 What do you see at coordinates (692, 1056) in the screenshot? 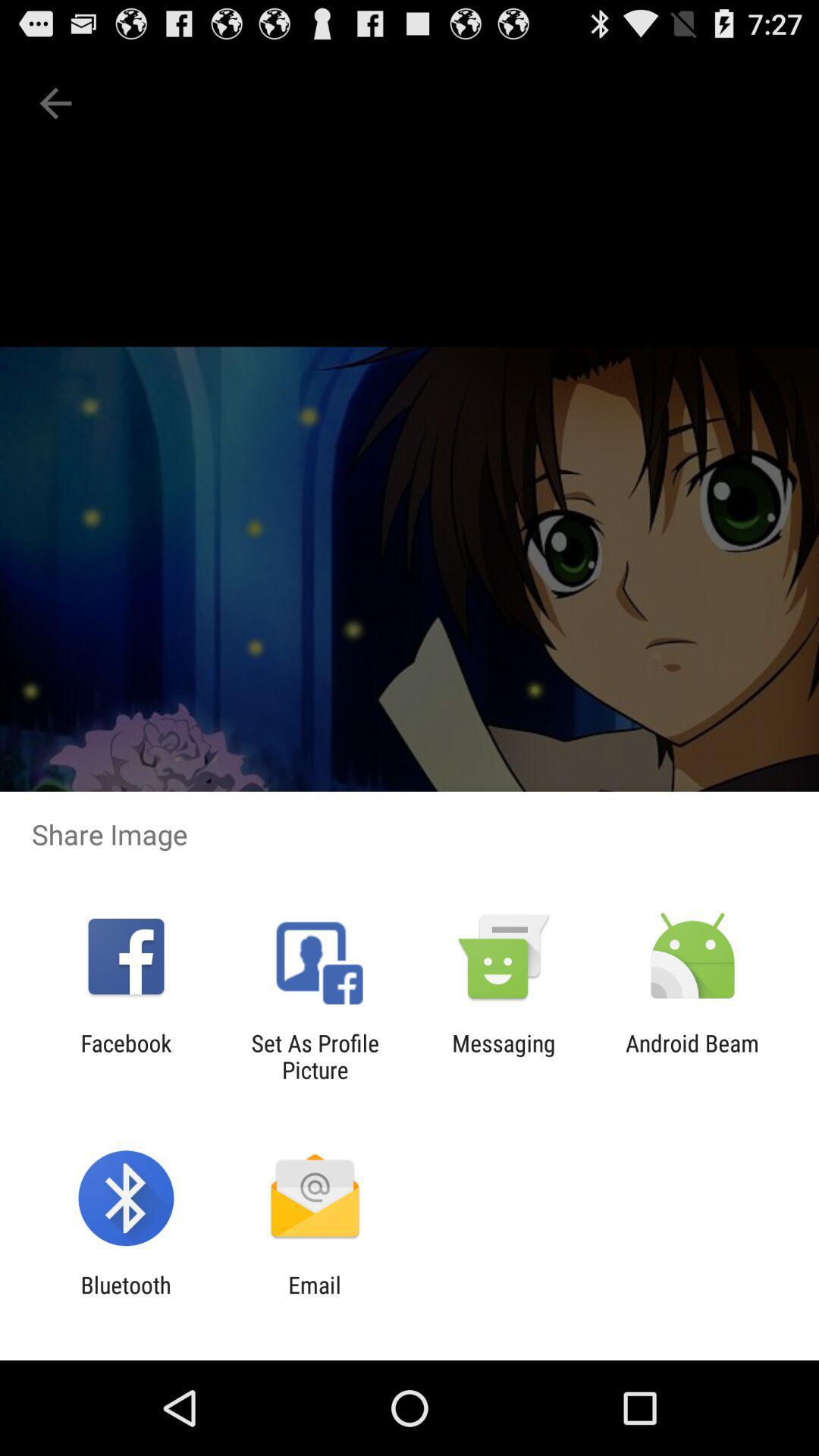
I see `the app at the bottom right corner` at bounding box center [692, 1056].